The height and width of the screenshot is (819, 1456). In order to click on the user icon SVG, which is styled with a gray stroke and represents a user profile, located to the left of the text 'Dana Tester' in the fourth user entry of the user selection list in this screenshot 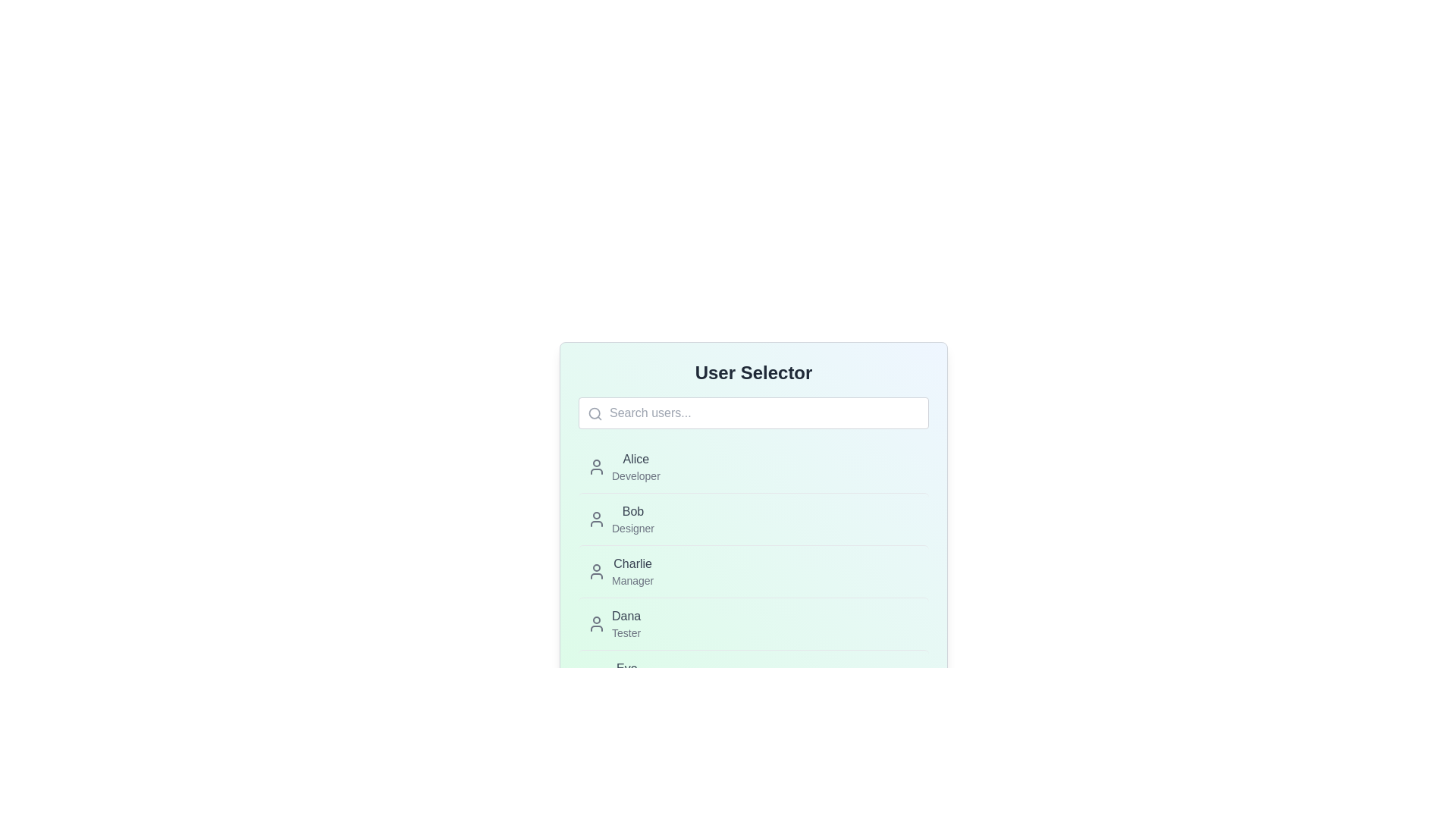, I will do `click(596, 623)`.